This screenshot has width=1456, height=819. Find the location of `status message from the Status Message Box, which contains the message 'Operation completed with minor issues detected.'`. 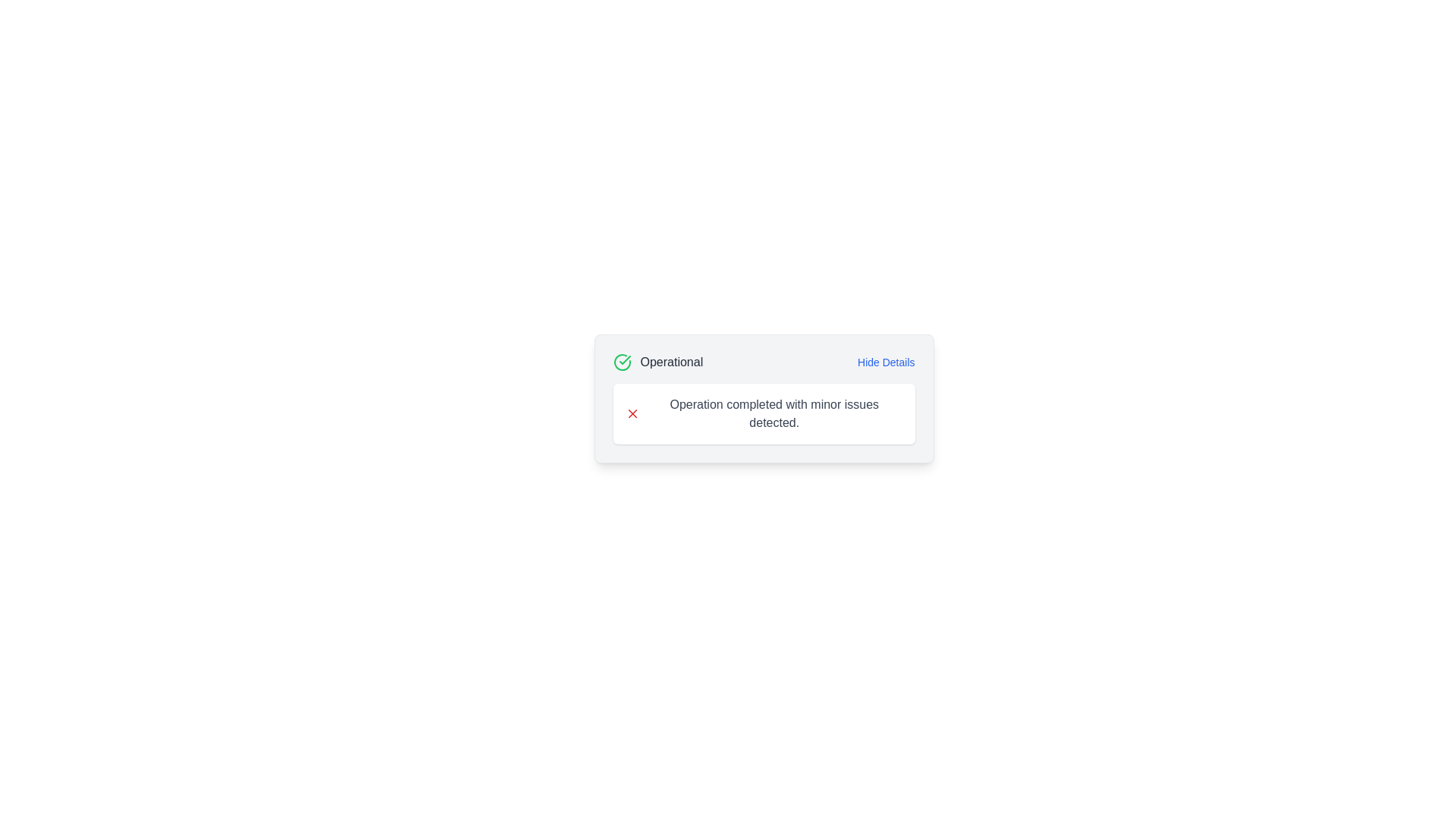

status message from the Status Message Box, which contains the message 'Operation completed with minor issues detected.' is located at coordinates (764, 414).